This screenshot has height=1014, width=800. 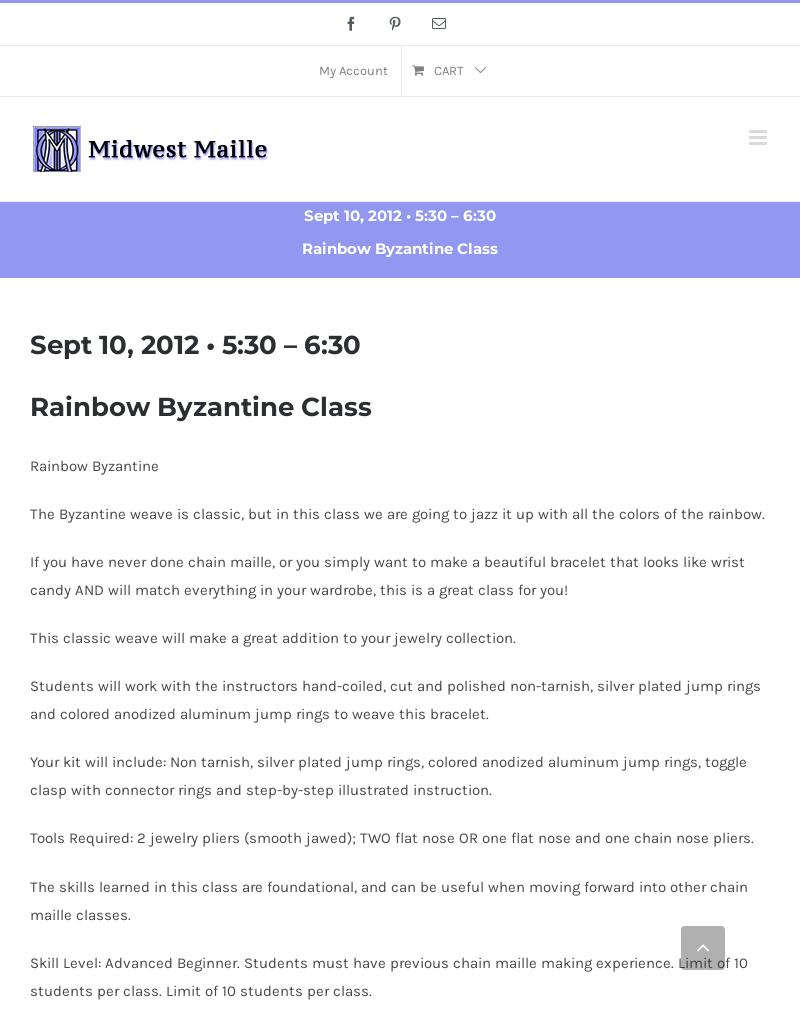 I want to click on 'If you have never done chain maille, or you simply want to make a beautiful bracelet that looks like wrist candy AND will match everything in your wardrobe, this is a great class for you!', so click(x=386, y=574).